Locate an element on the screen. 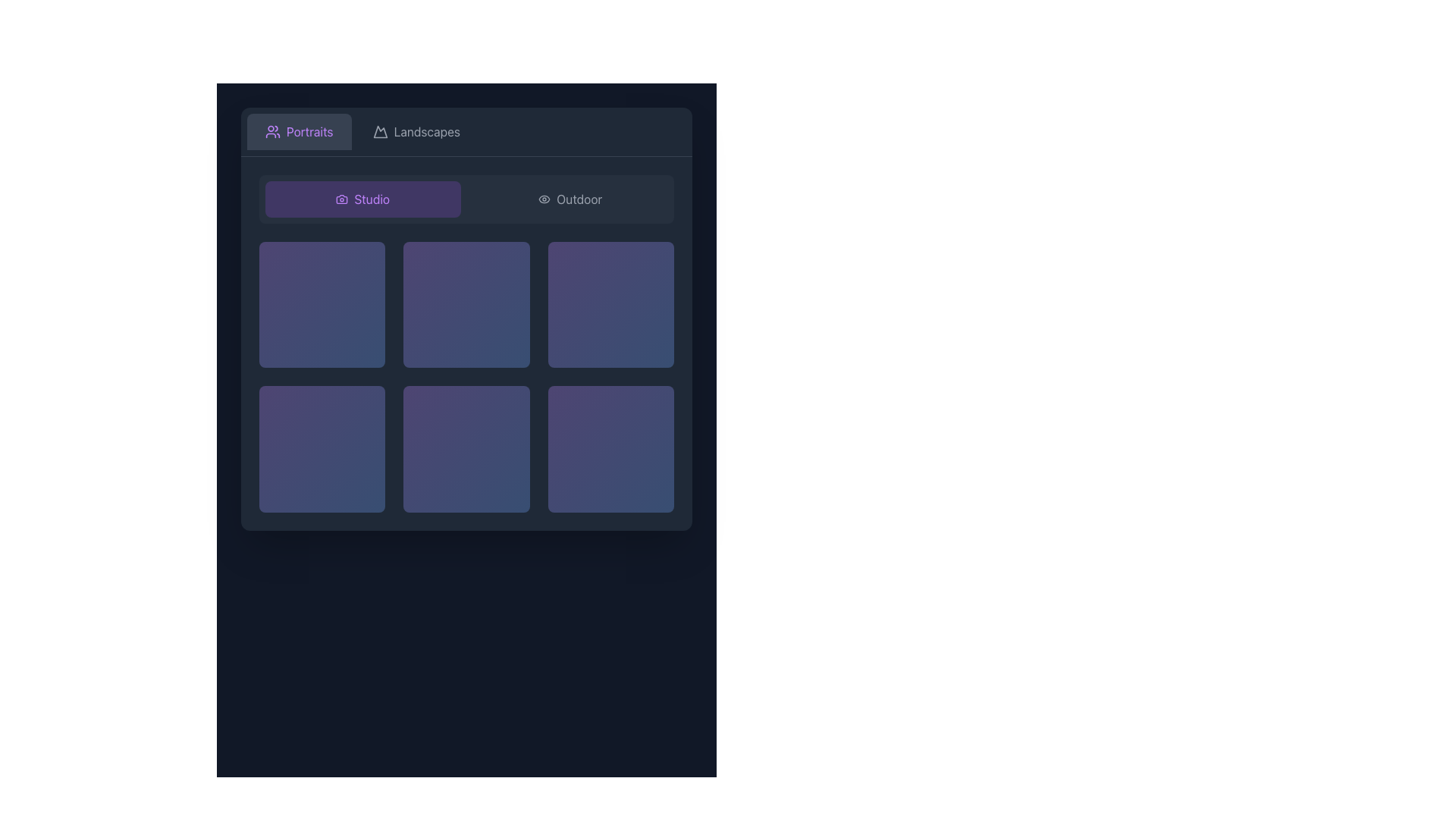 The width and height of the screenshot is (1456, 819). the 'Photo Title 1' card in the Portraits section is located at coordinates (322, 305).